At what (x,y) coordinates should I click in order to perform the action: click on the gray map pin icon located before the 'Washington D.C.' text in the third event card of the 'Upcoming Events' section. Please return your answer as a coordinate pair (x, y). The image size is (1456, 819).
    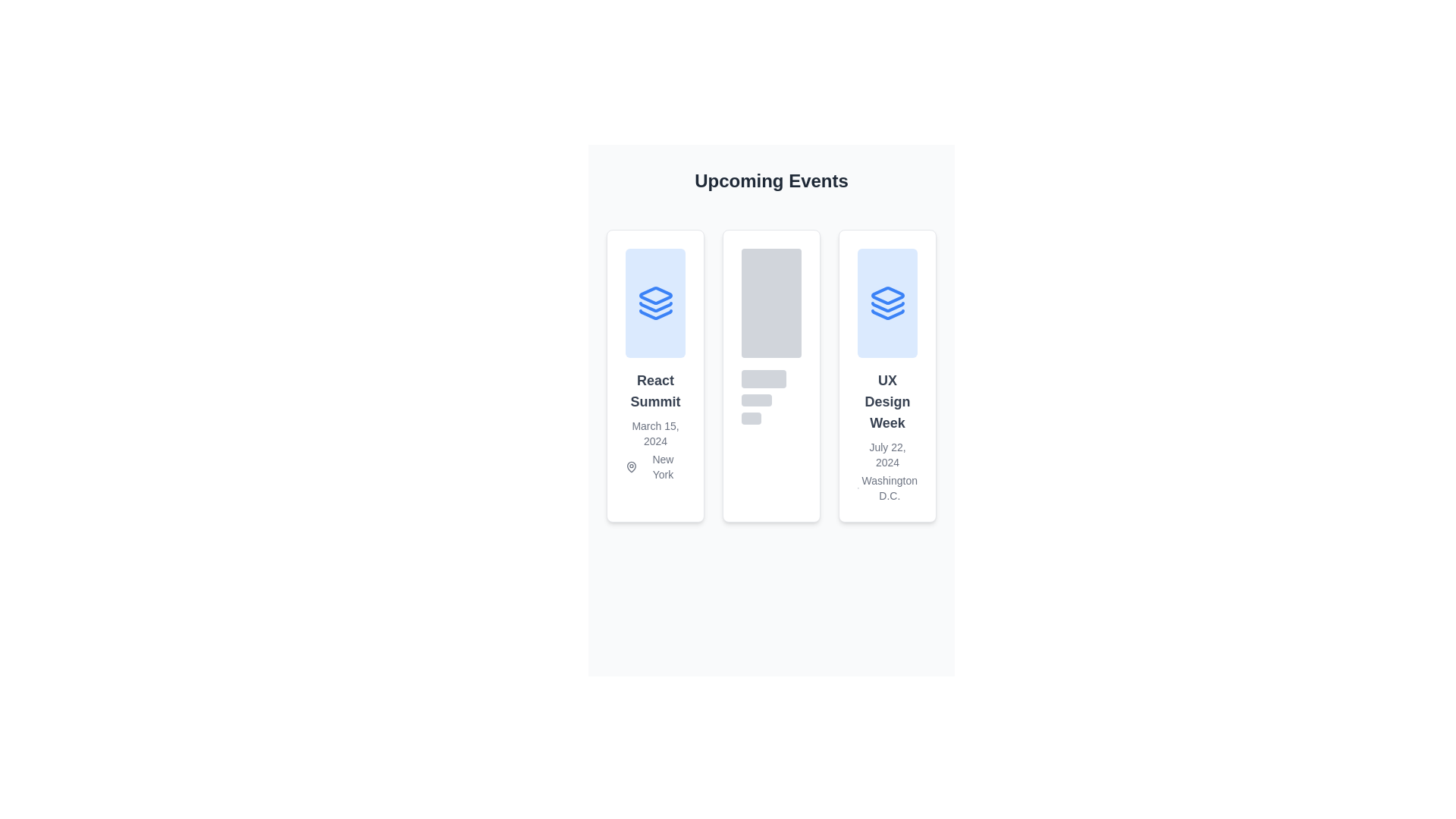
    Looking at the image, I should click on (858, 488).